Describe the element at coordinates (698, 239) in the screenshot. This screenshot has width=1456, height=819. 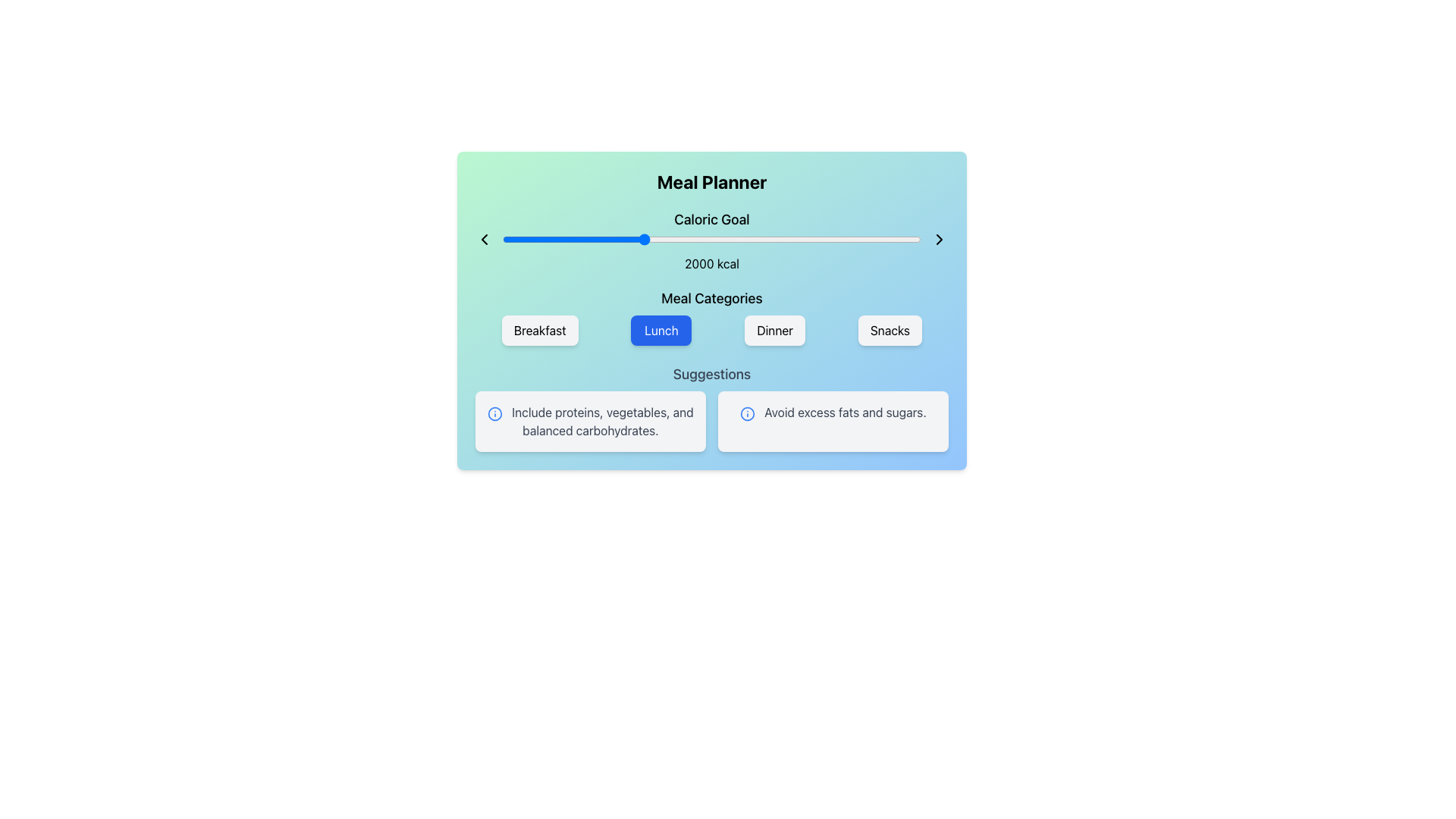
I see `caloric goal` at that location.